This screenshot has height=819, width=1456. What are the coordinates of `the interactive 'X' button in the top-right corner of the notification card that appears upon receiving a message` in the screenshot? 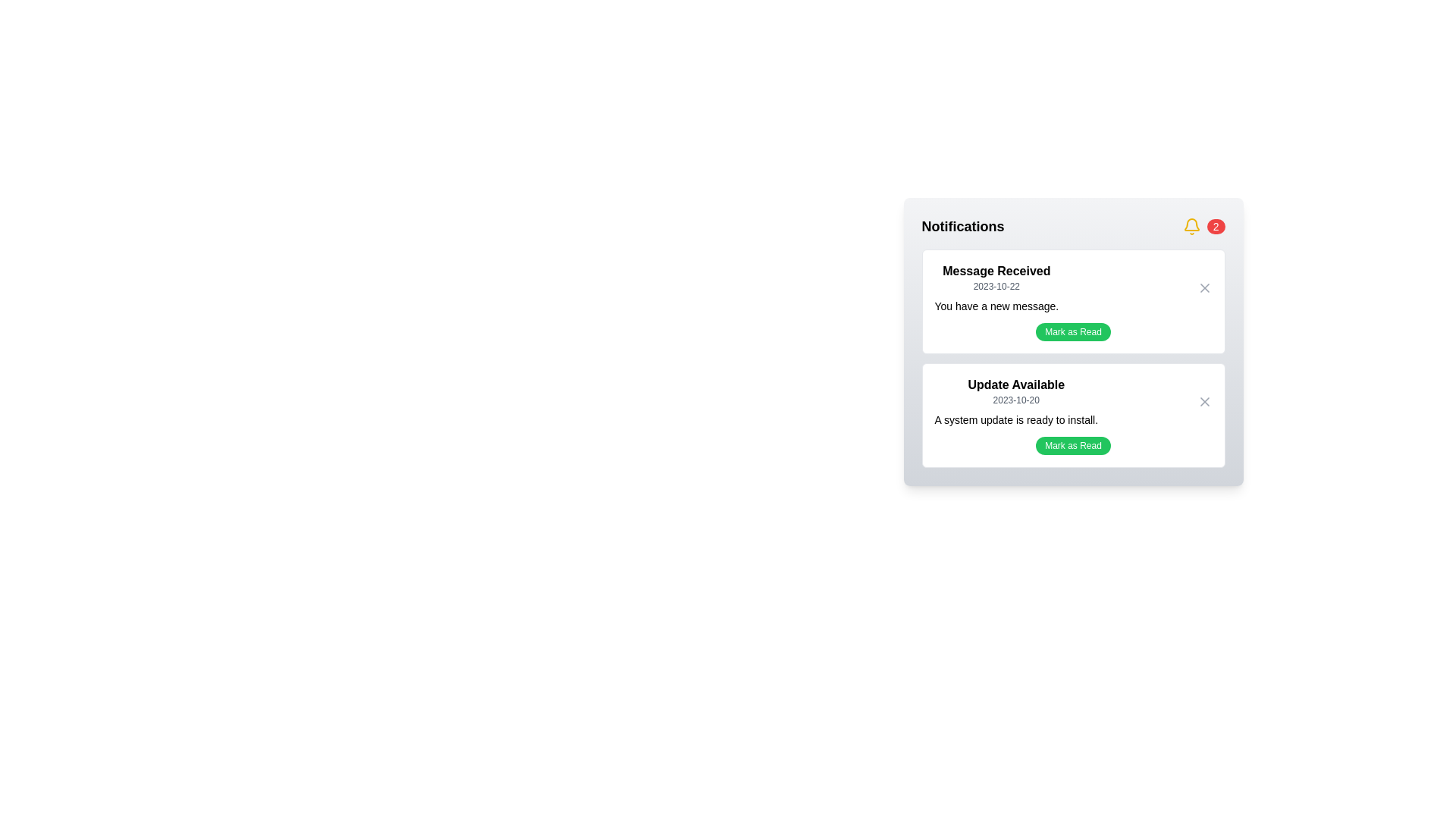 It's located at (1203, 288).